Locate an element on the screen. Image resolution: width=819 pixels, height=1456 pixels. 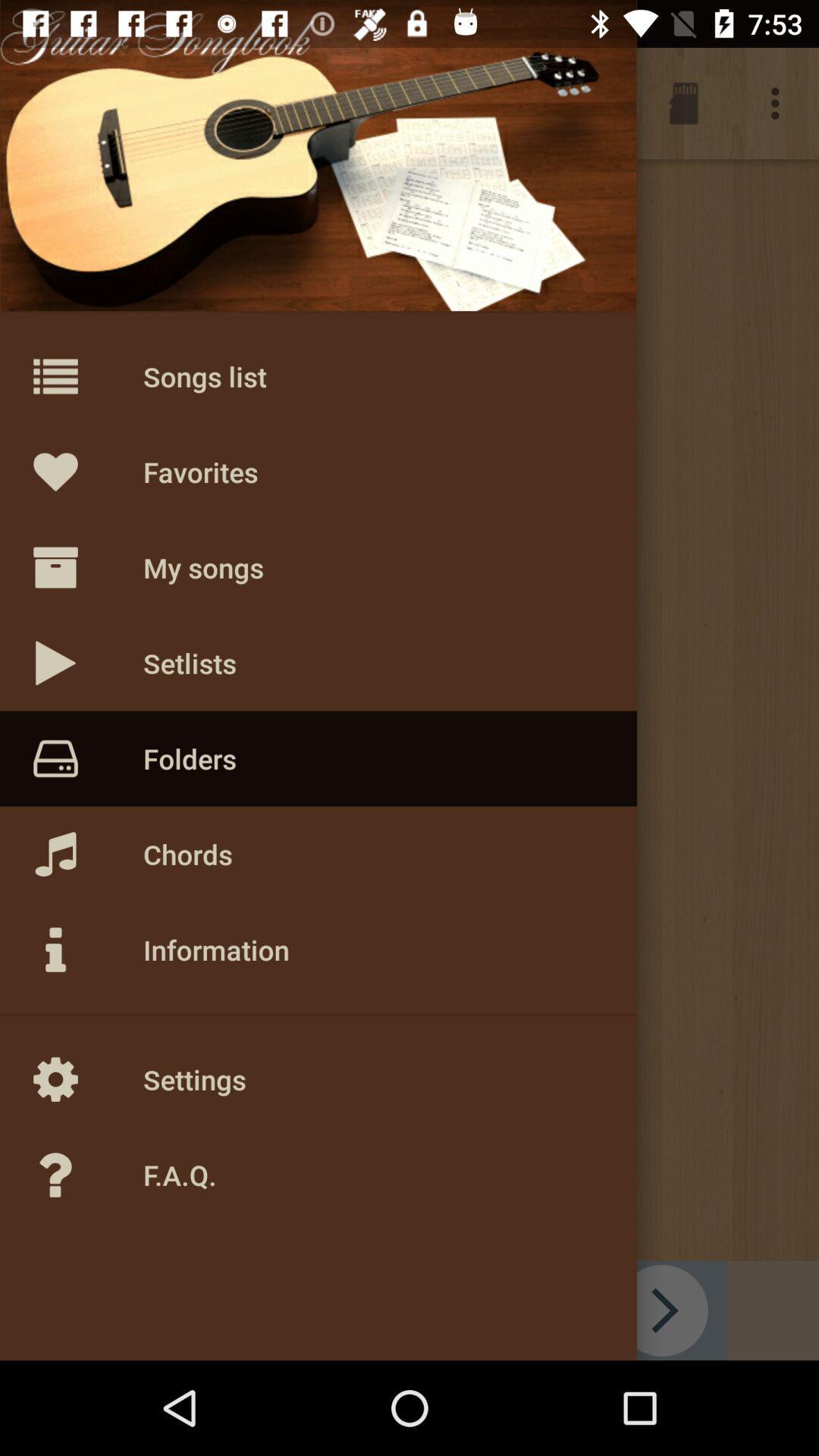
the folders is located at coordinates (55, 102).